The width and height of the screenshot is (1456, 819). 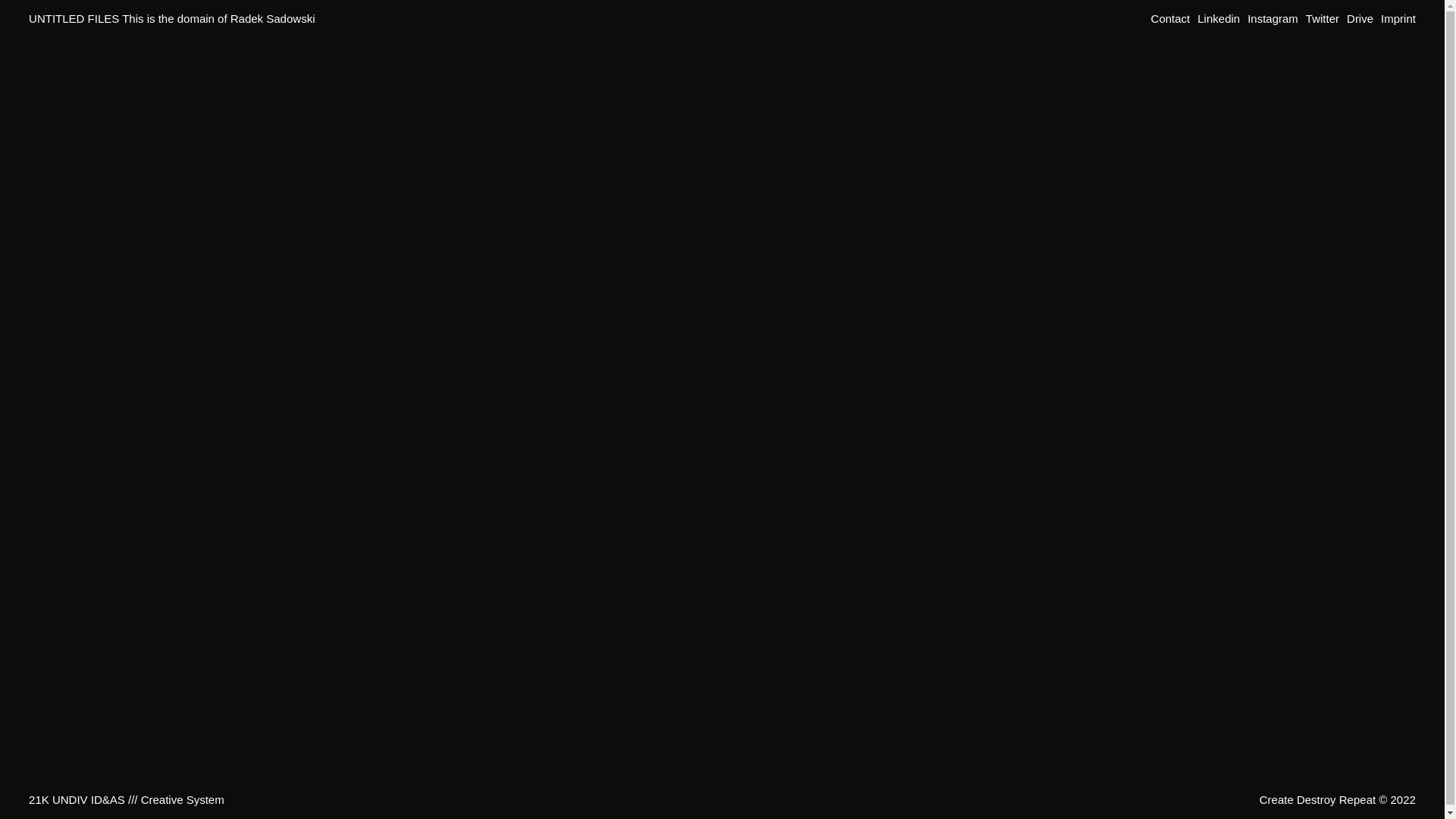 What do you see at coordinates (1360, 18) in the screenshot?
I see `'Drive'` at bounding box center [1360, 18].